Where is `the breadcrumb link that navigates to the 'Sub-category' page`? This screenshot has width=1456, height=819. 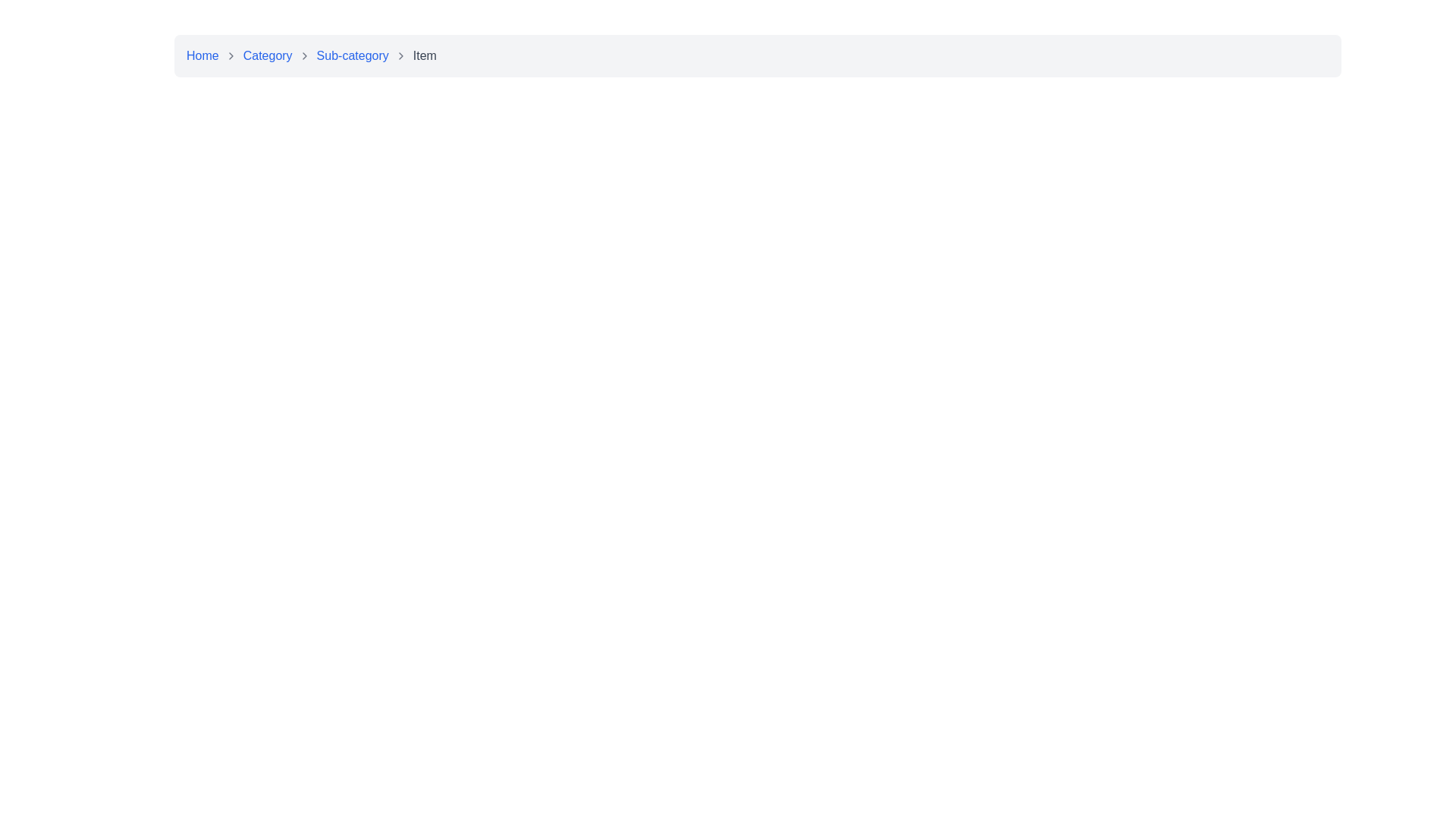 the breadcrumb link that navigates to the 'Sub-category' page is located at coordinates (352, 55).